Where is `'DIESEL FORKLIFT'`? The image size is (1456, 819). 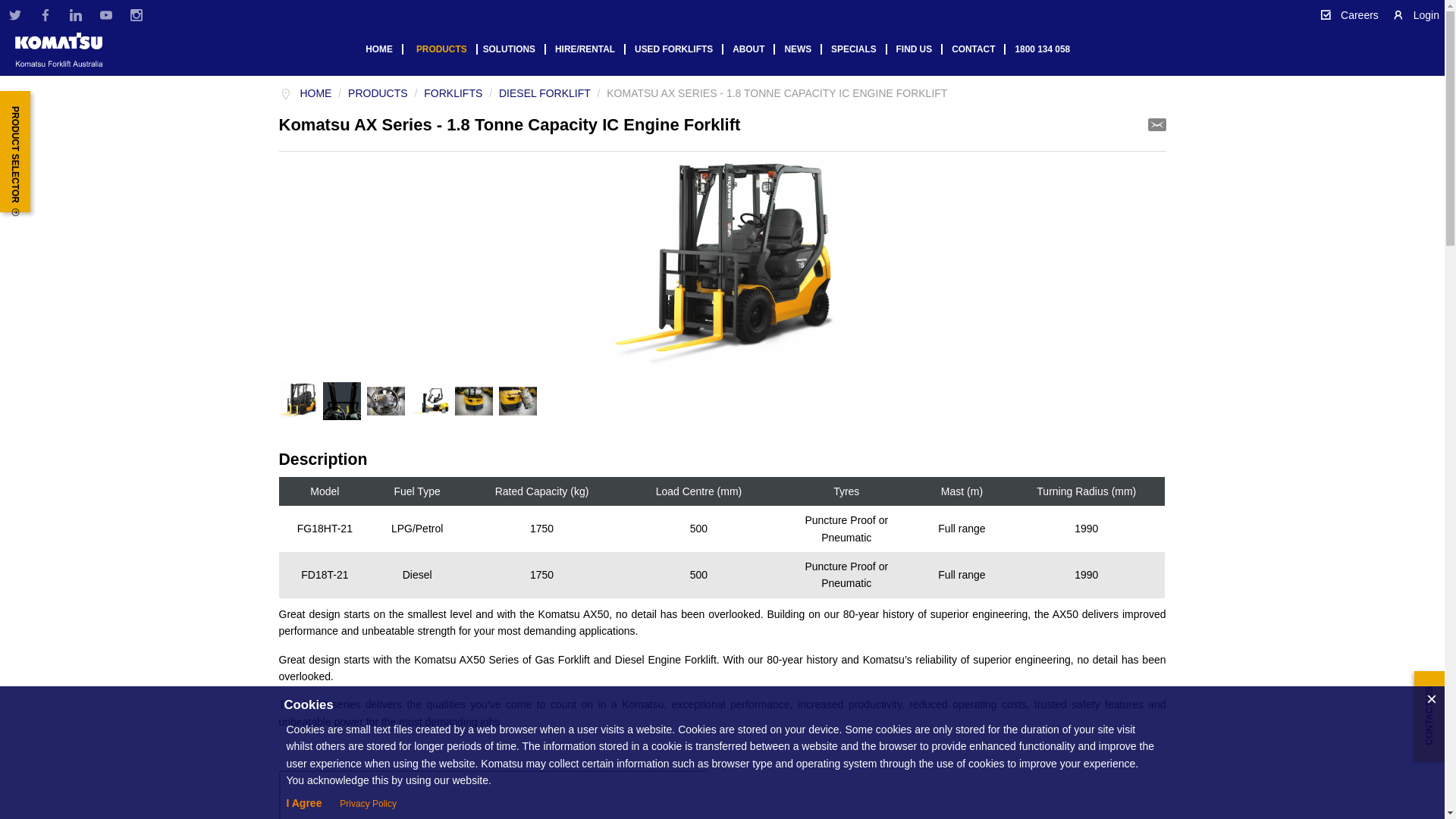 'DIESEL FORKLIFT' is located at coordinates (544, 93).